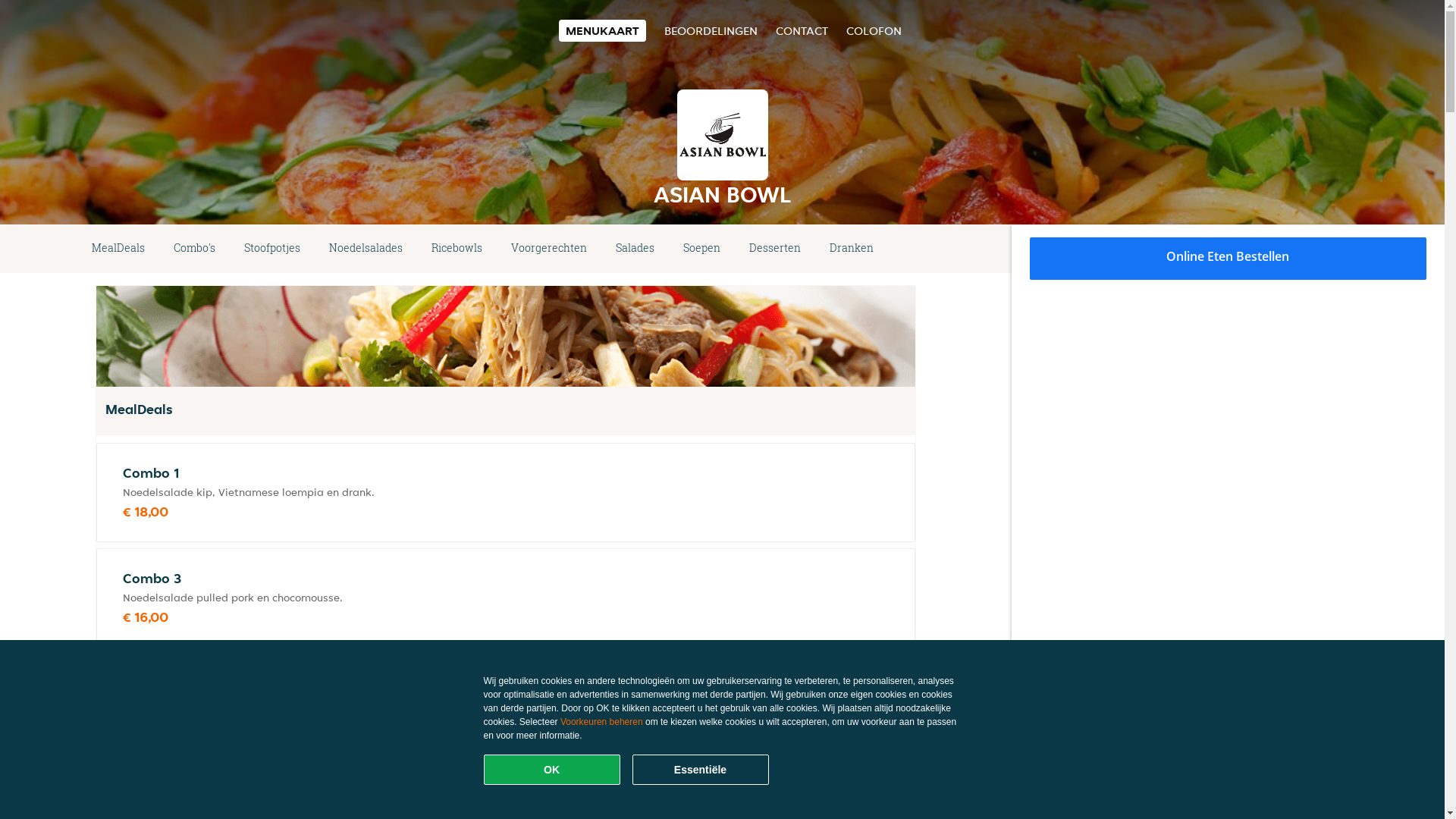 This screenshot has height=819, width=1456. I want to click on 'Voorkeuren beheren', so click(601, 721).